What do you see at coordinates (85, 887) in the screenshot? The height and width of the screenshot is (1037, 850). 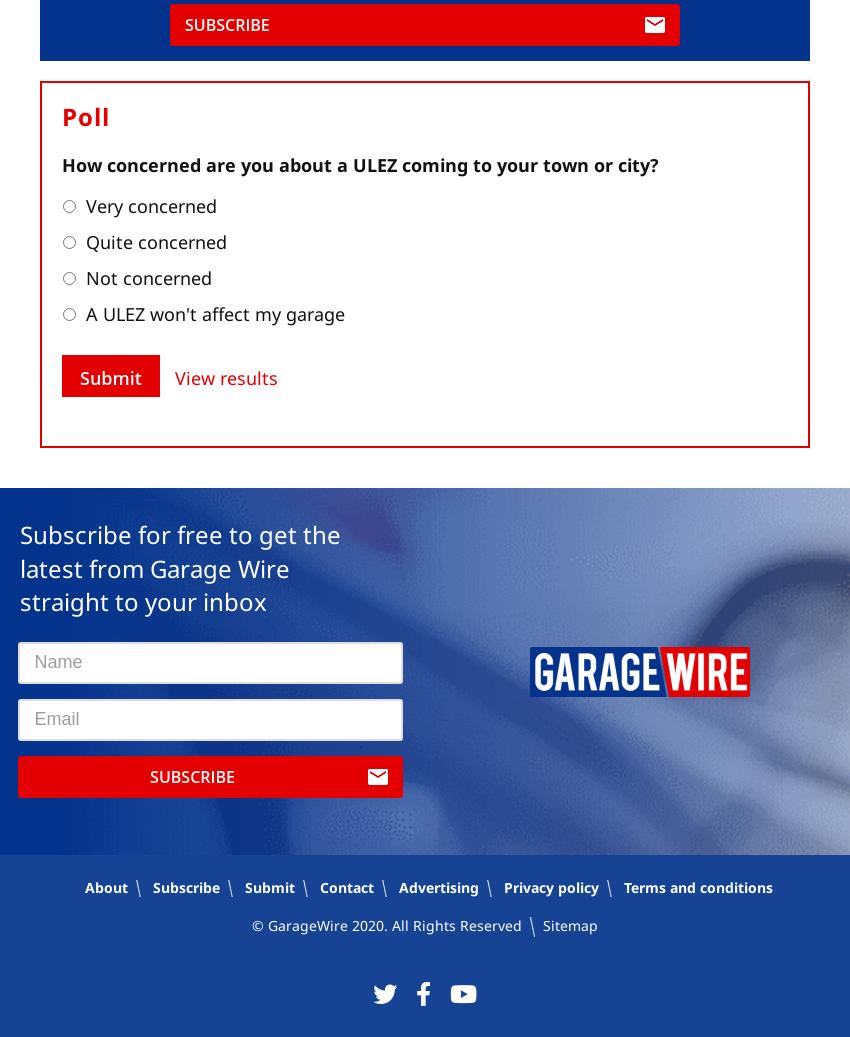 I see `'About'` at bounding box center [85, 887].